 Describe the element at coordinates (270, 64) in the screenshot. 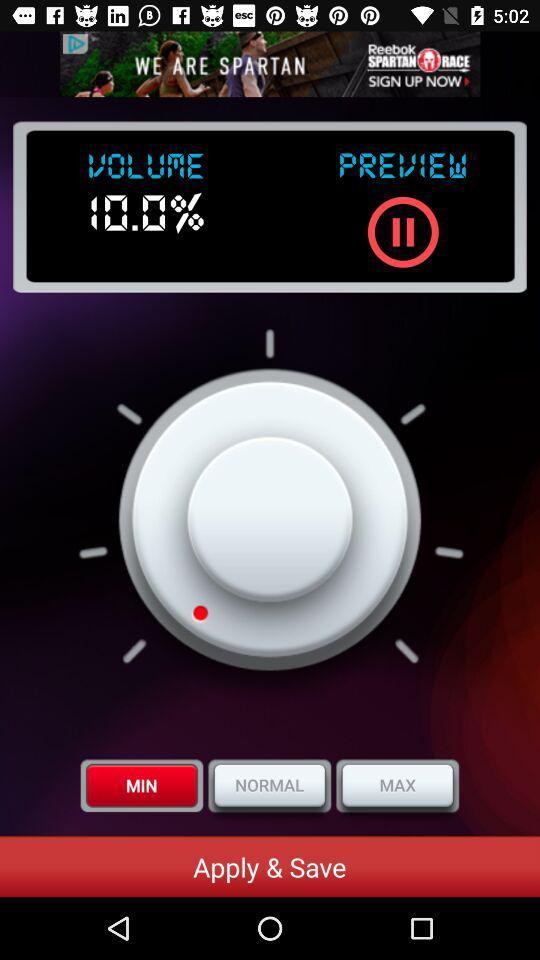

I see `advertisement option` at that location.